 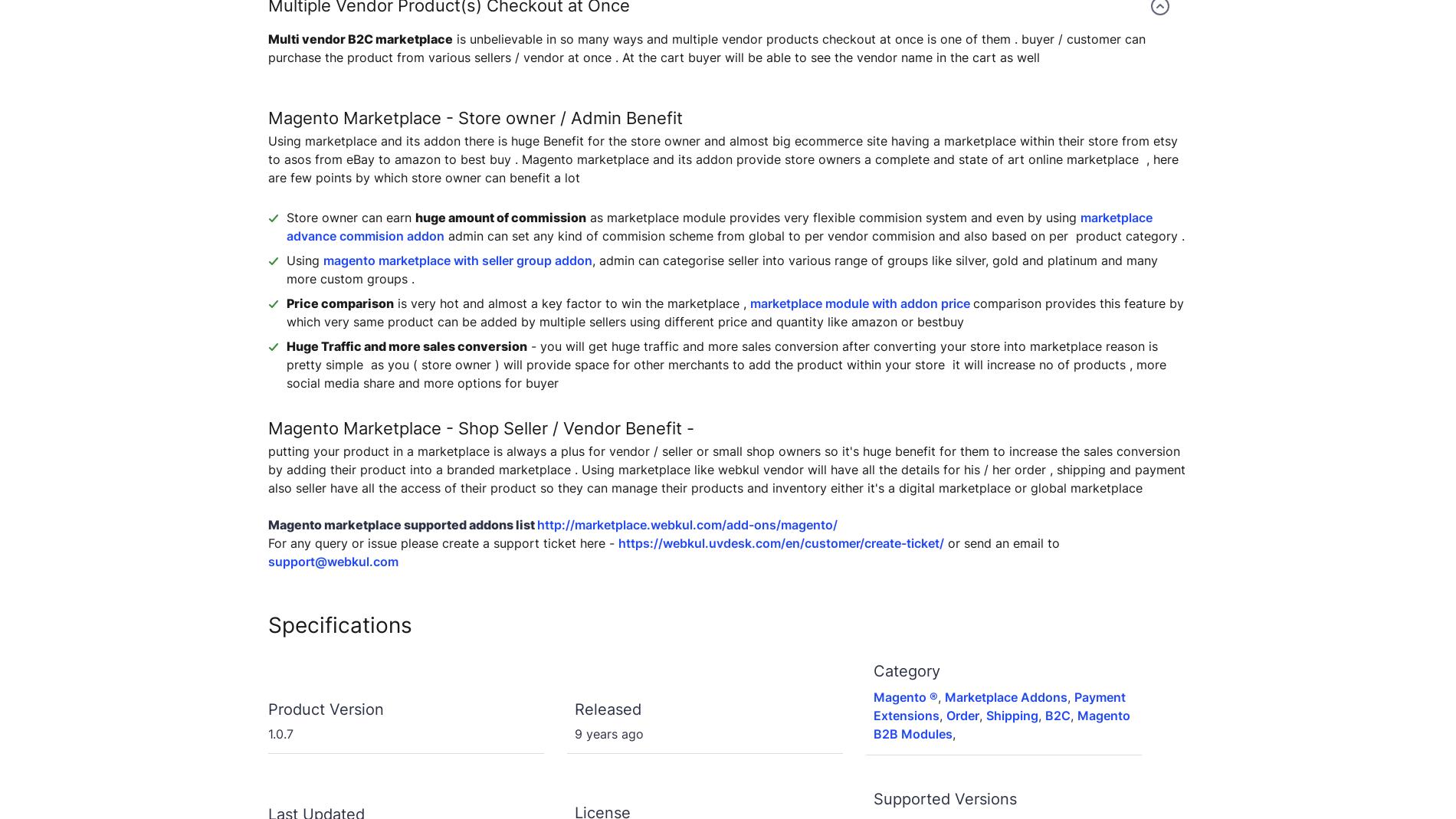 What do you see at coordinates (1001, 542) in the screenshot?
I see `'or send an email to'` at bounding box center [1001, 542].